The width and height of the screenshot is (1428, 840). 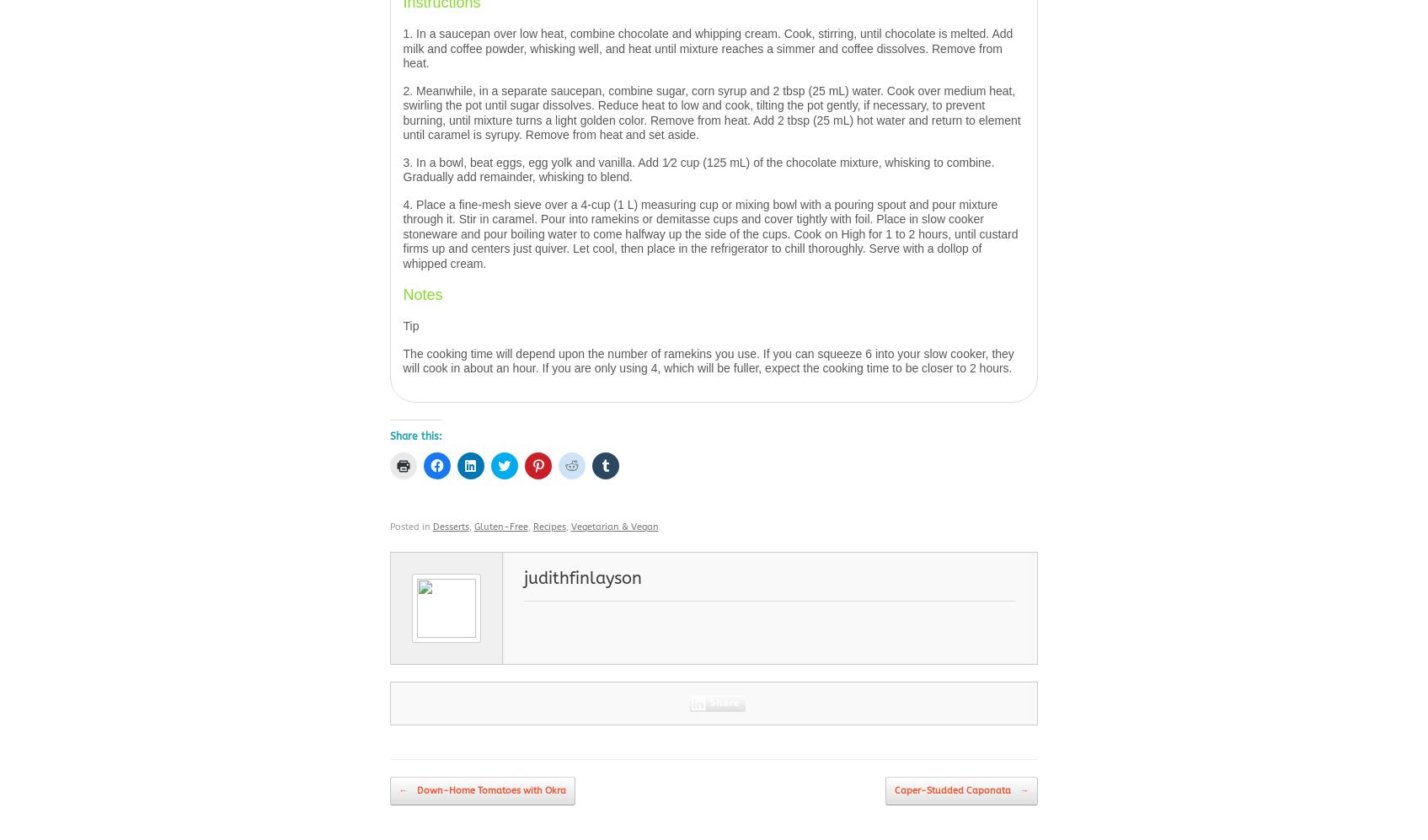 What do you see at coordinates (421, 294) in the screenshot?
I see `'Notes'` at bounding box center [421, 294].